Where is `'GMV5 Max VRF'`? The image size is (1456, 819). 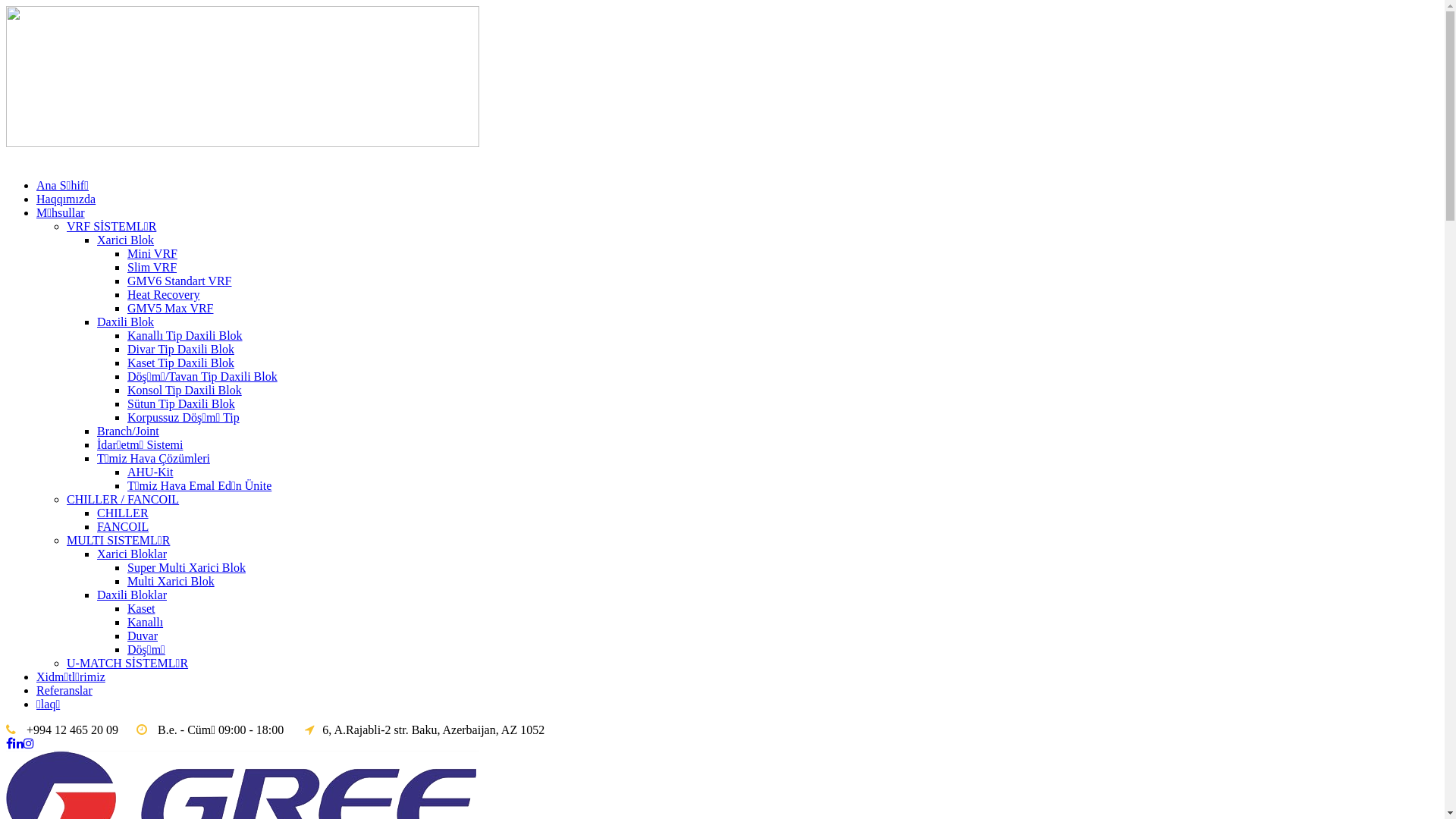 'GMV5 Max VRF' is located at coordinates (171, 307).